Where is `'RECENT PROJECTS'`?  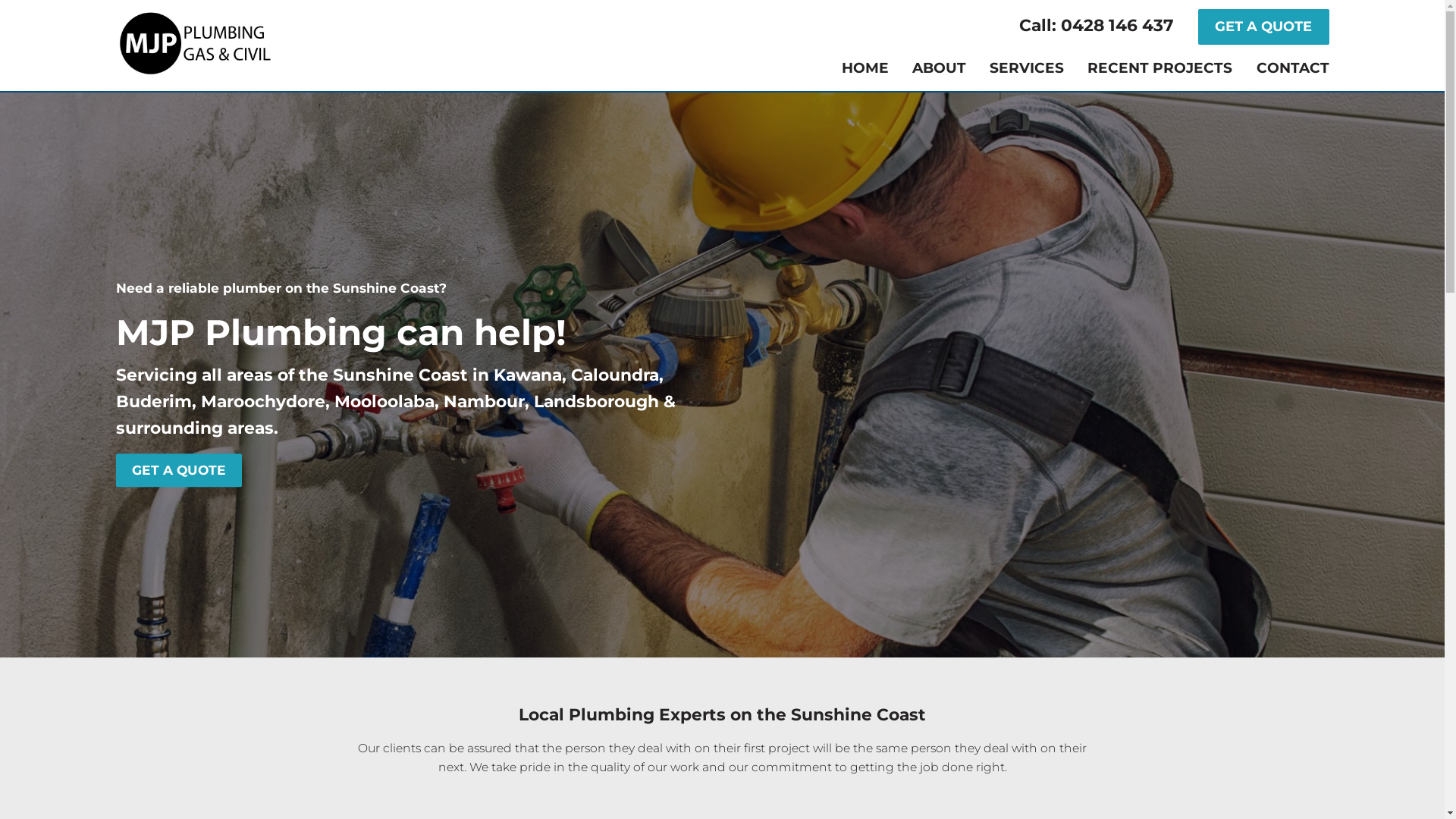 'RECENT PROJECTS' is located at coordinates (1159, 68).